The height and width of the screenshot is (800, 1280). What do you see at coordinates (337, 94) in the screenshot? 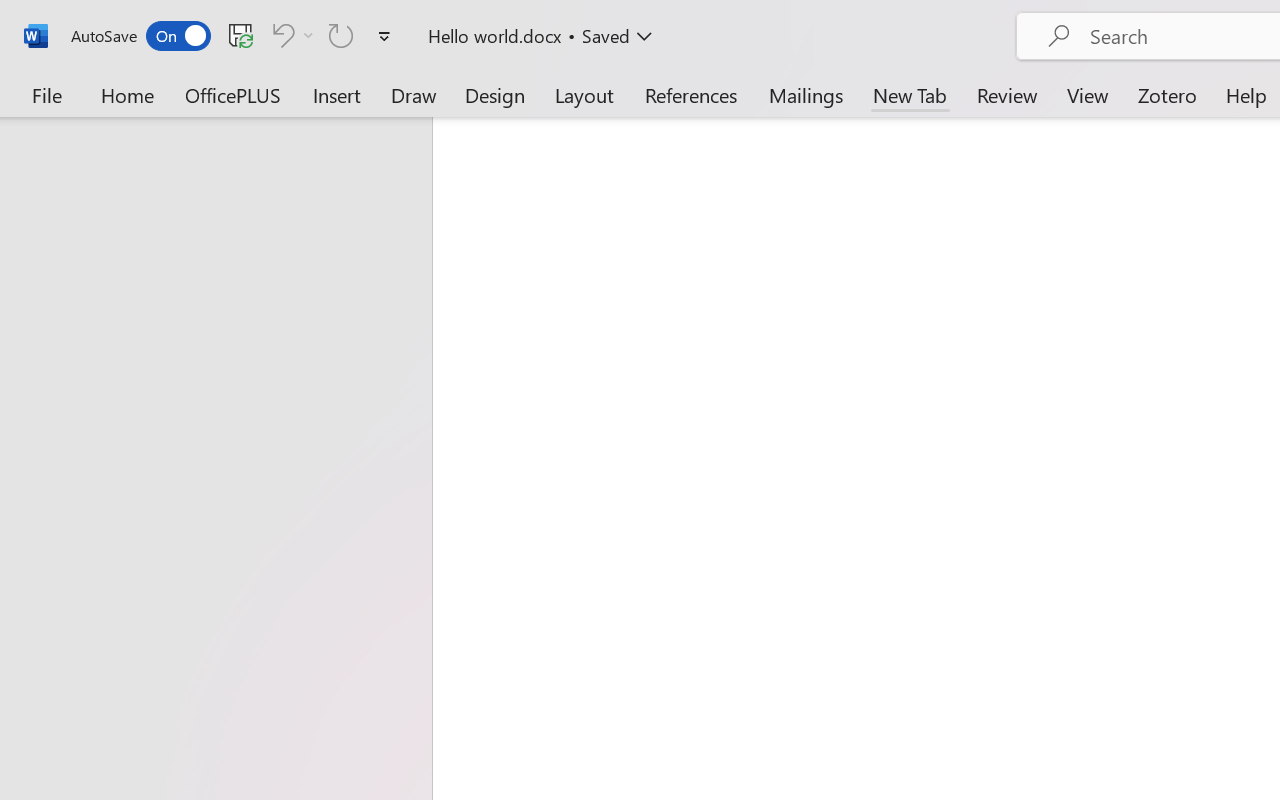
I see `'Insert'` at bounding box center [337, 94].